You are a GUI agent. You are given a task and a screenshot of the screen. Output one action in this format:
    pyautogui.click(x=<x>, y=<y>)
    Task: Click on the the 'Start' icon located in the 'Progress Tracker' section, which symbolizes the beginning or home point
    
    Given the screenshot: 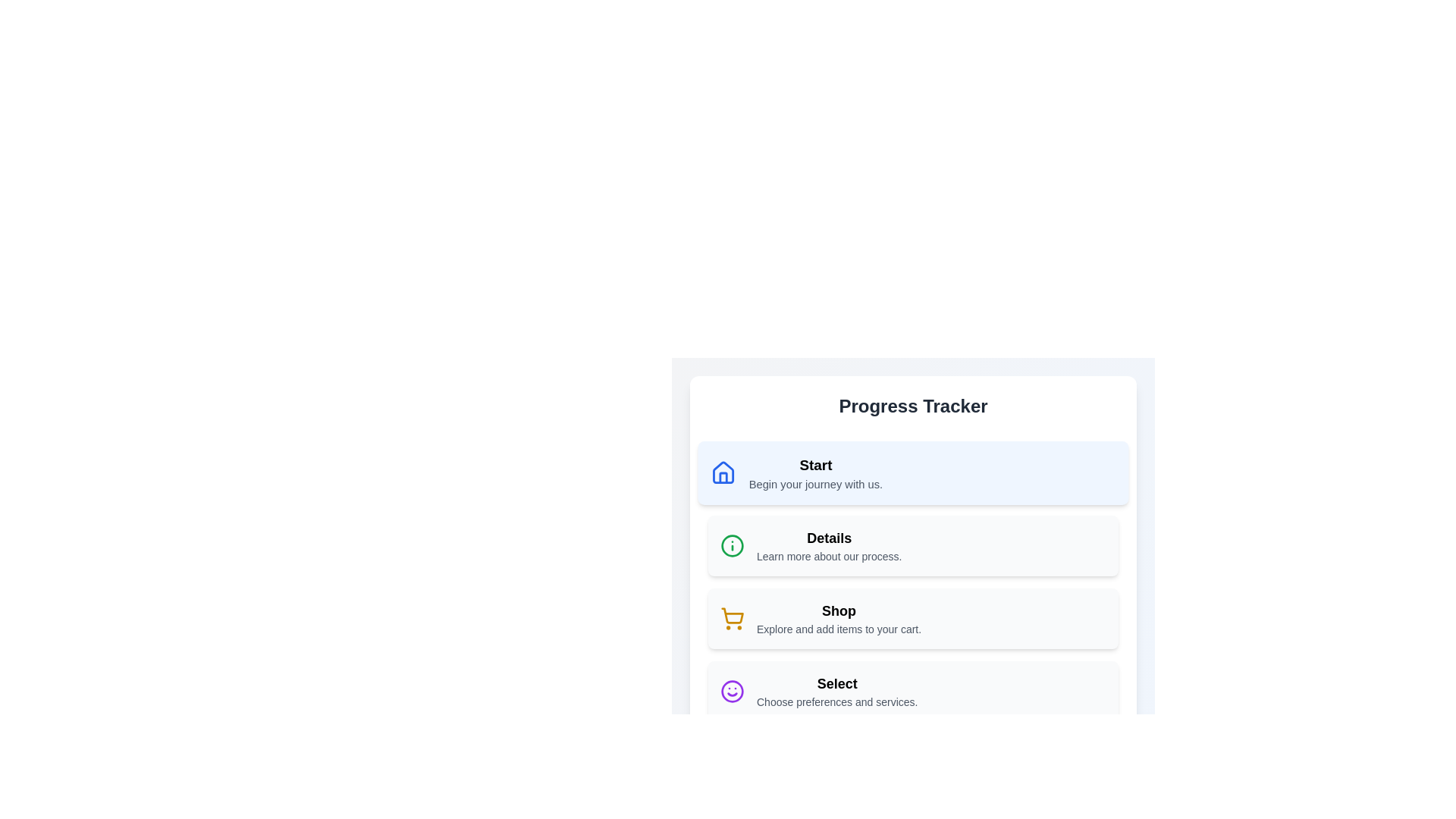 What is the action you would take?
    pyautogui.click(x=723, y=472)
    